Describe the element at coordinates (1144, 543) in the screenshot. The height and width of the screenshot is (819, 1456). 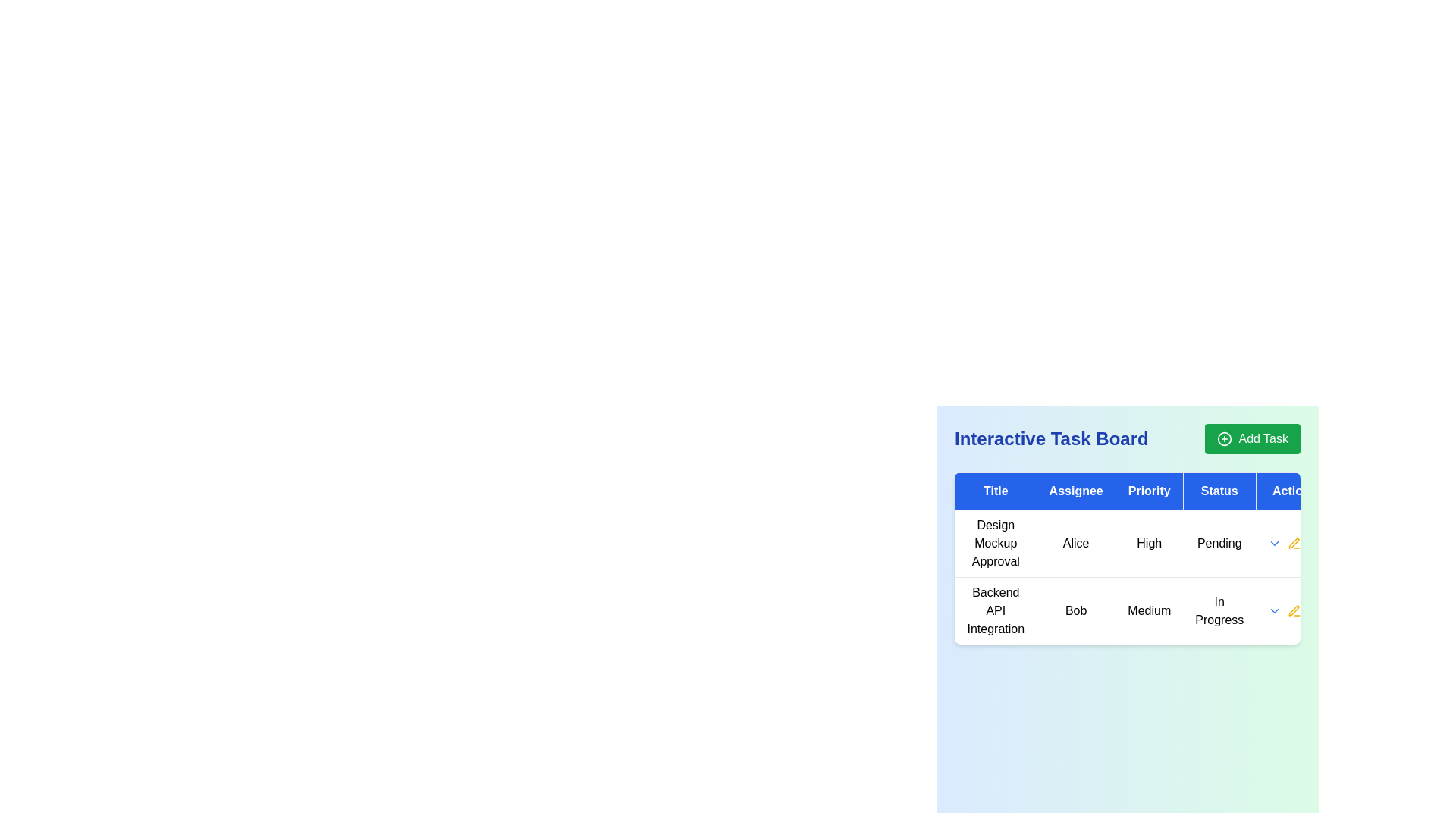
I see `displayed information from the text label that shows 'Design Mockup Approval Alice High Pending', which is centered in the first row of a table and has a white background with black sans-serif font` at that location.